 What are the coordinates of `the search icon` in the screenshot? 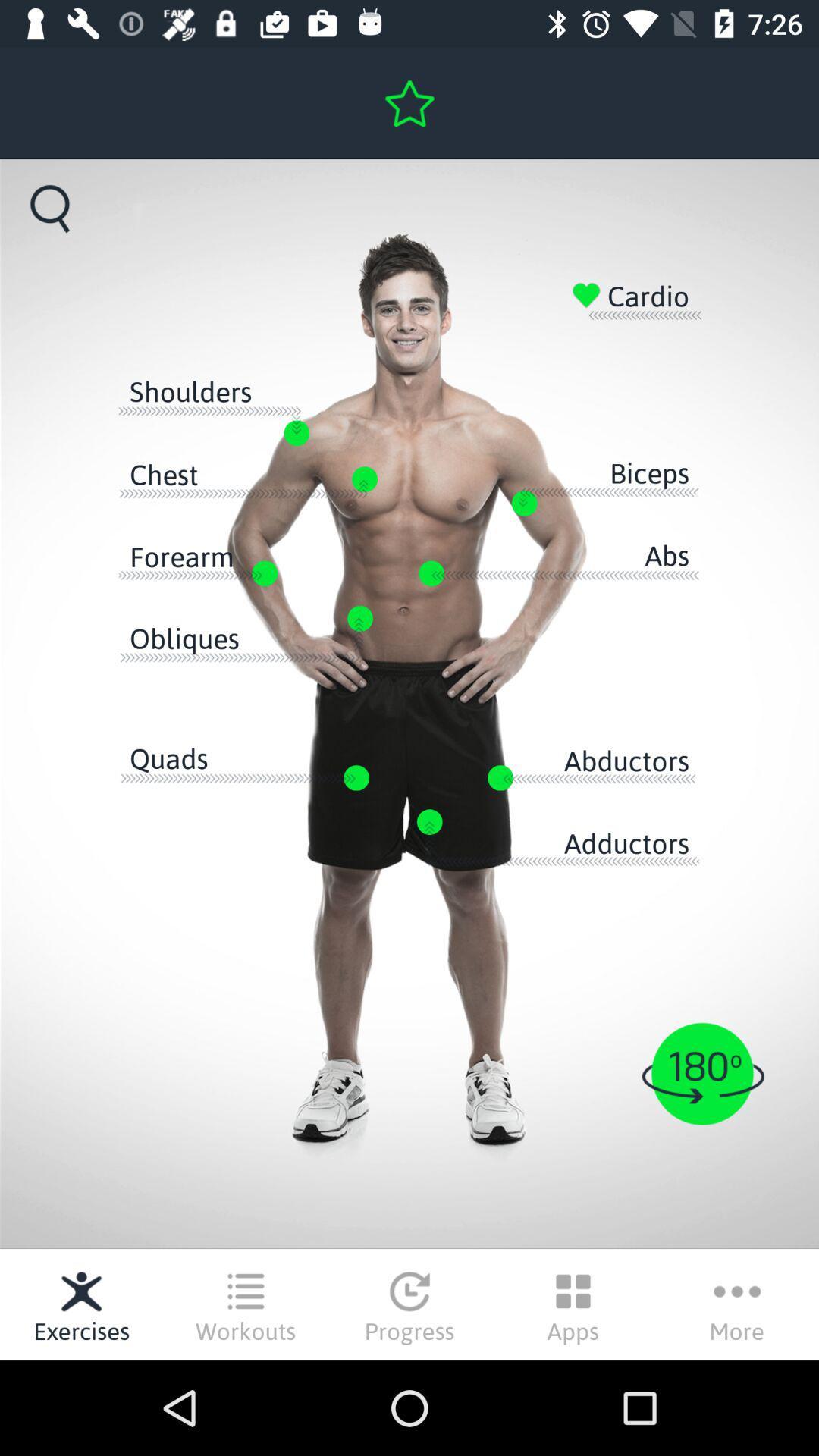 It's located at (49, 208).